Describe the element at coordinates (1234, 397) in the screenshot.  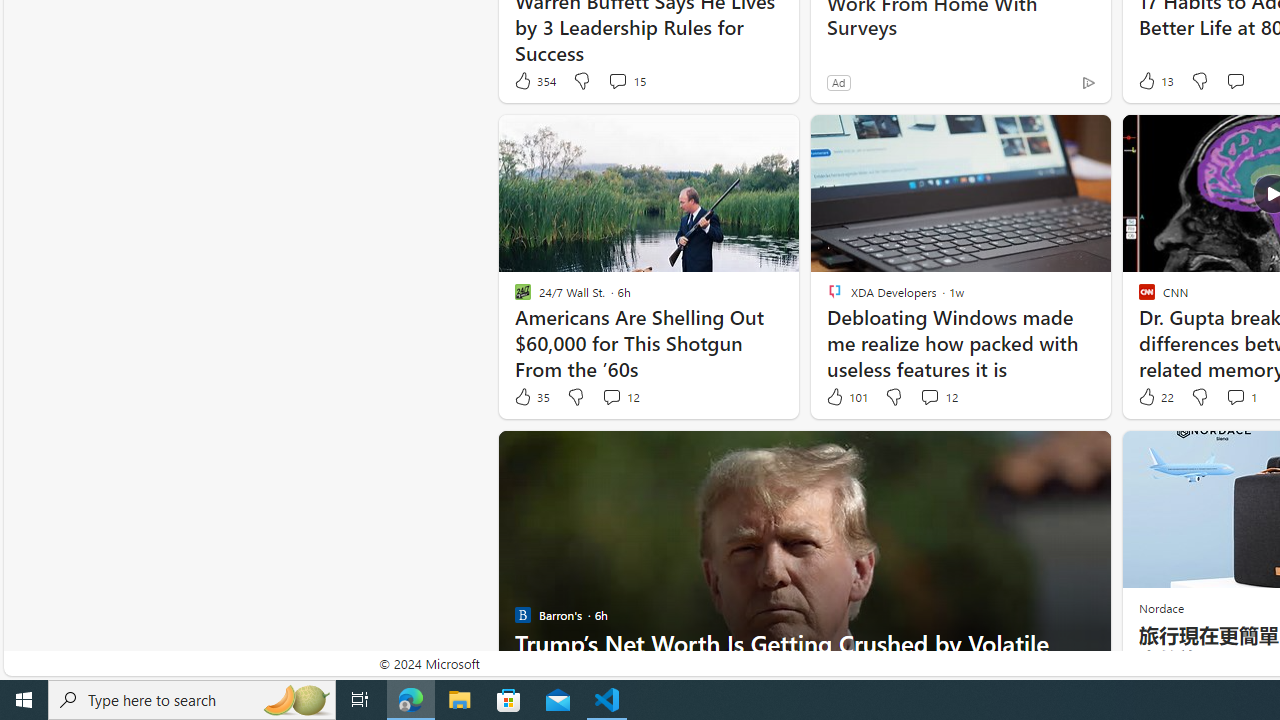
I see `'View comments 1 Comment'` at that location.